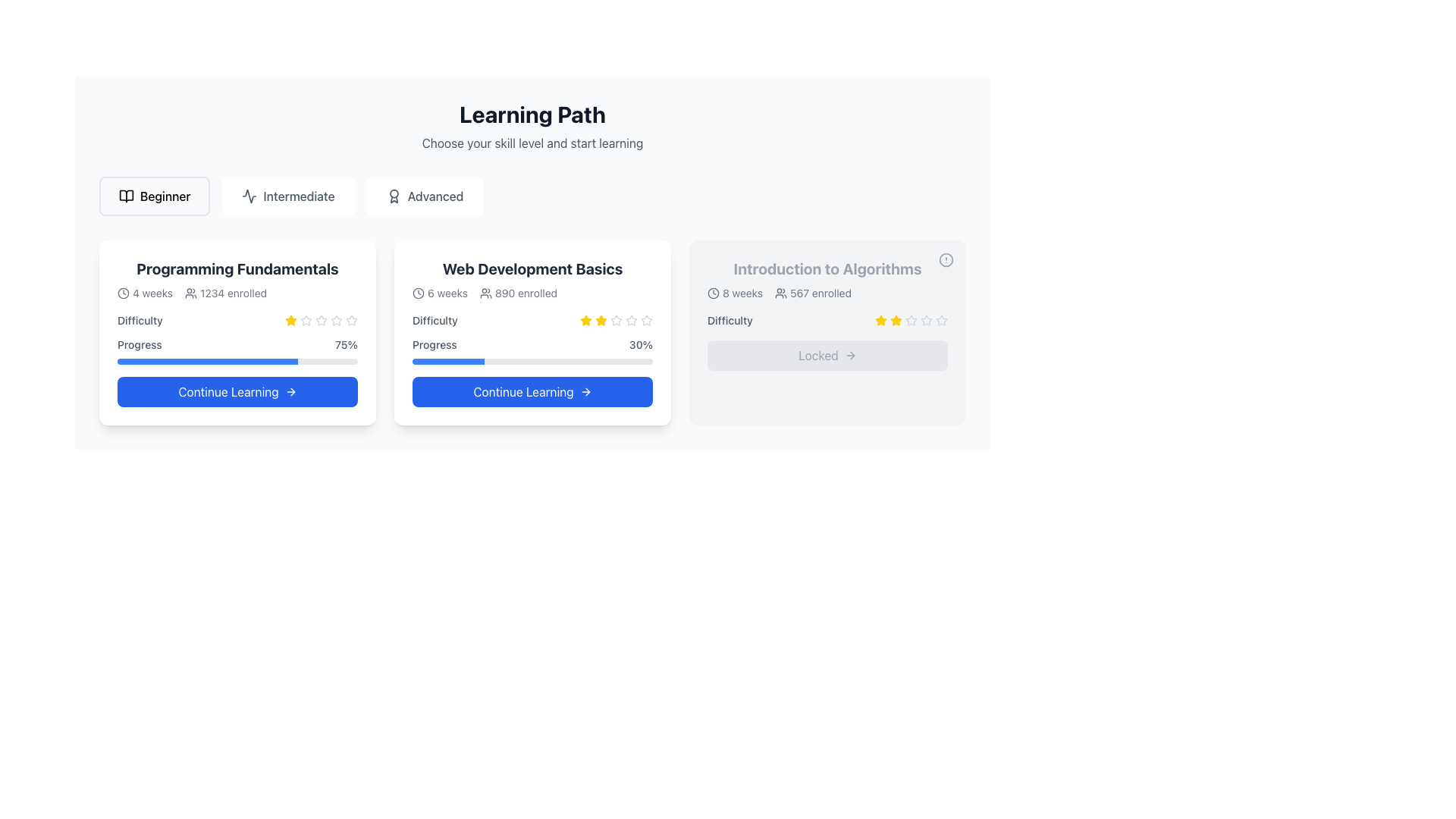 This screenshot has height=819, width=1456. What do you see at coordinates (600, 320) in the screenshot?
I see `the third yellow star icon in the rating section of the 'Web Development Basics' card` at bounding box center [600, 320].